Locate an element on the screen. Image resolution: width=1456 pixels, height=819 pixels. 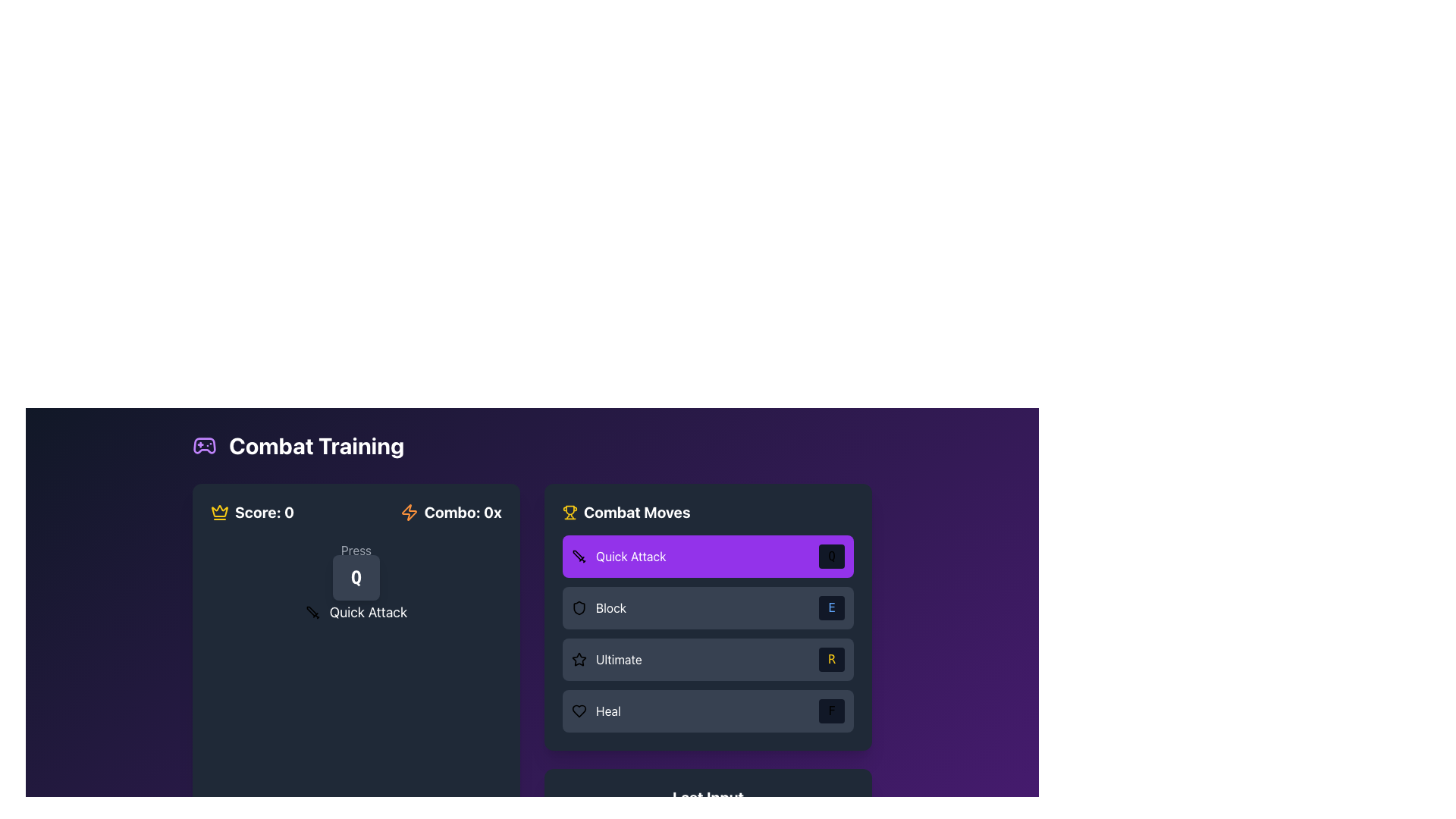
the Label providing instructions for the button below it in the Combat Training section, located above the prominent button labeled 'Q' is located at coordinates (356, 550).